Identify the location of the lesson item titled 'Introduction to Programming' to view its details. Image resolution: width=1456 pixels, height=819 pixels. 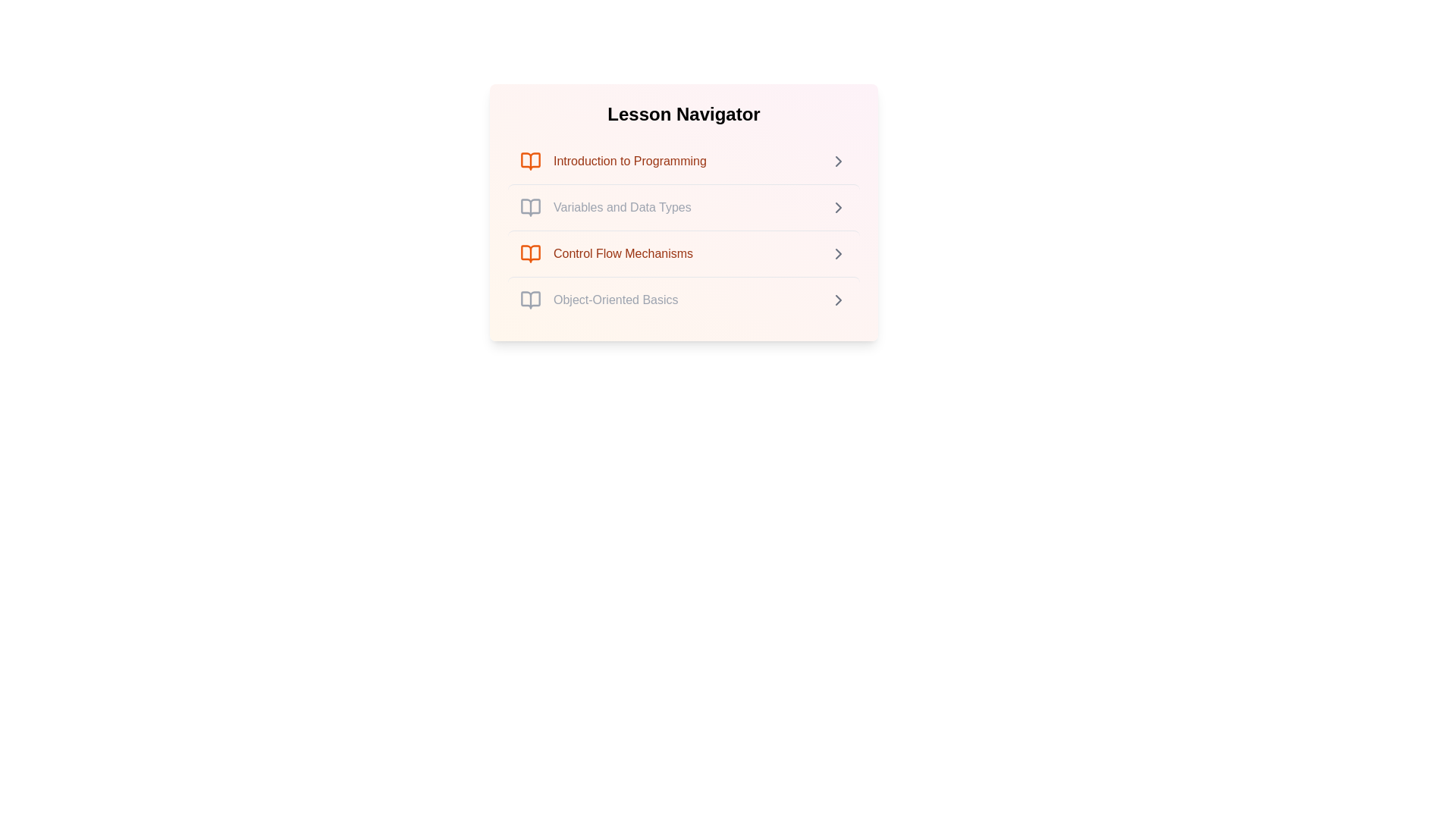
(683, 161).